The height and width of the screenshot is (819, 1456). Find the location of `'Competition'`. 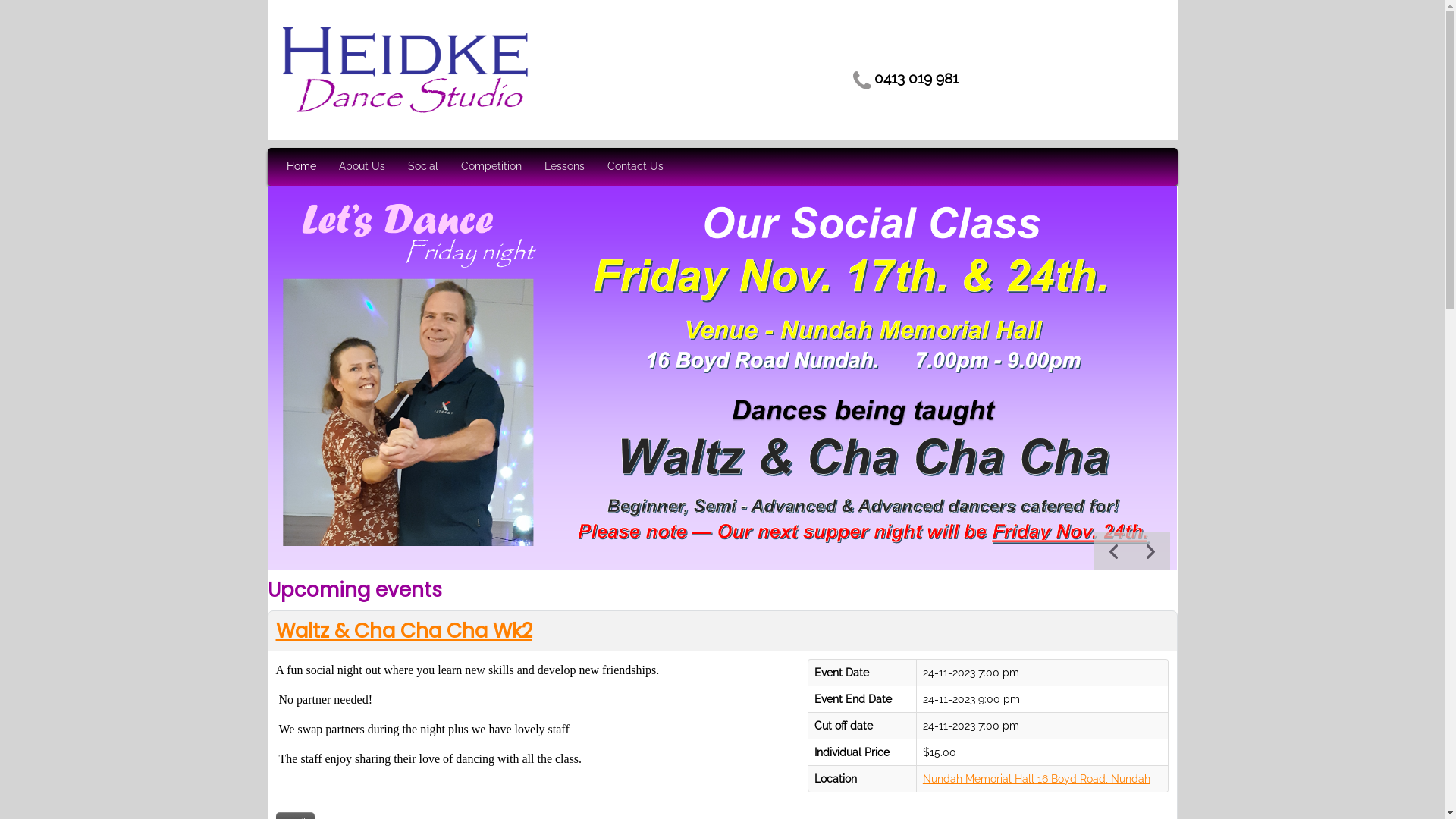

'Competition' is located at coordinates (491, 166).